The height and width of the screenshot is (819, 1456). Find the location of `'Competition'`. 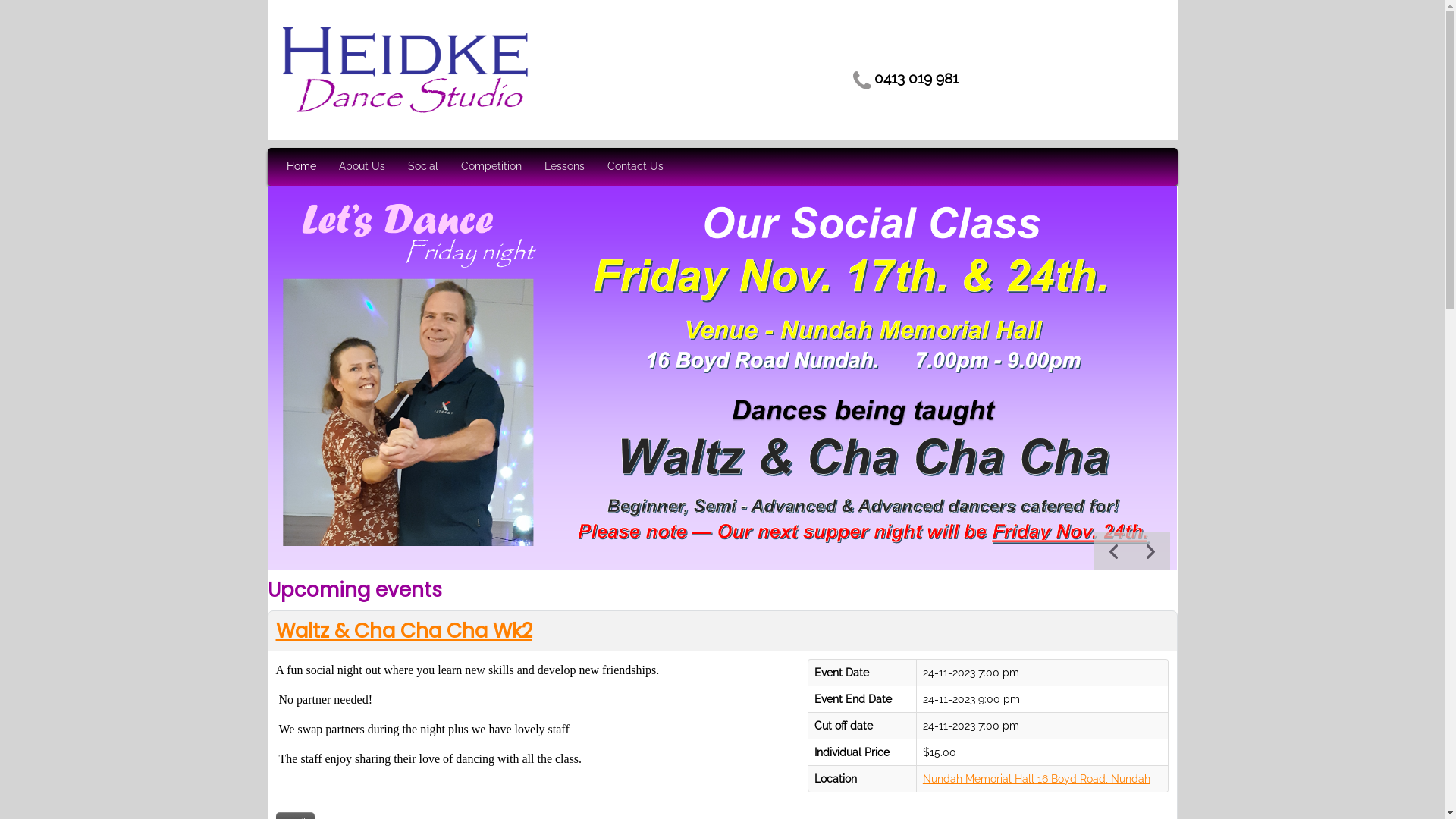

'Competition' is located at coordinates (491, 166).